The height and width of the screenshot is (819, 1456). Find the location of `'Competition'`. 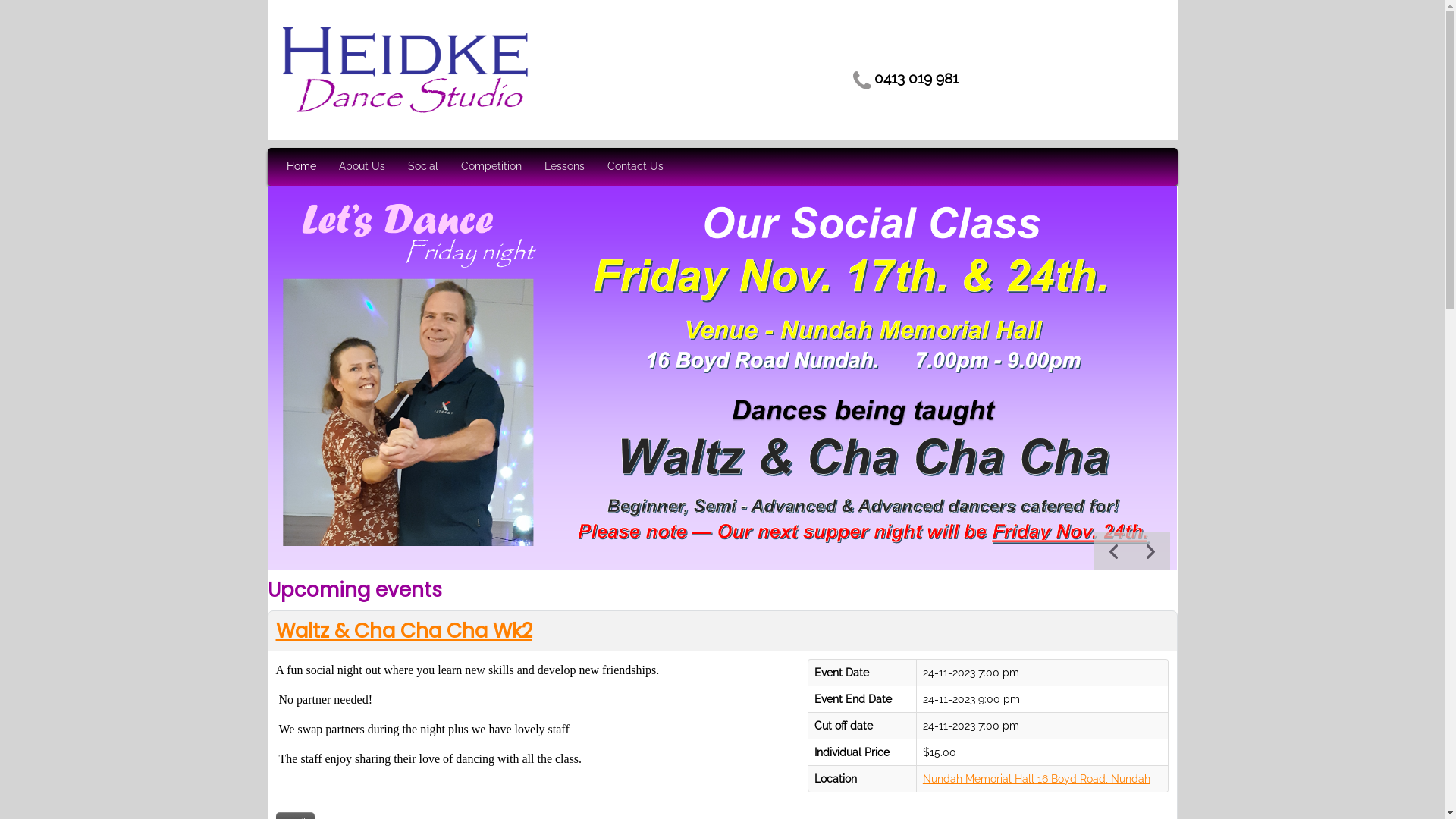

'Competition' is located at coordinates (491, 166).